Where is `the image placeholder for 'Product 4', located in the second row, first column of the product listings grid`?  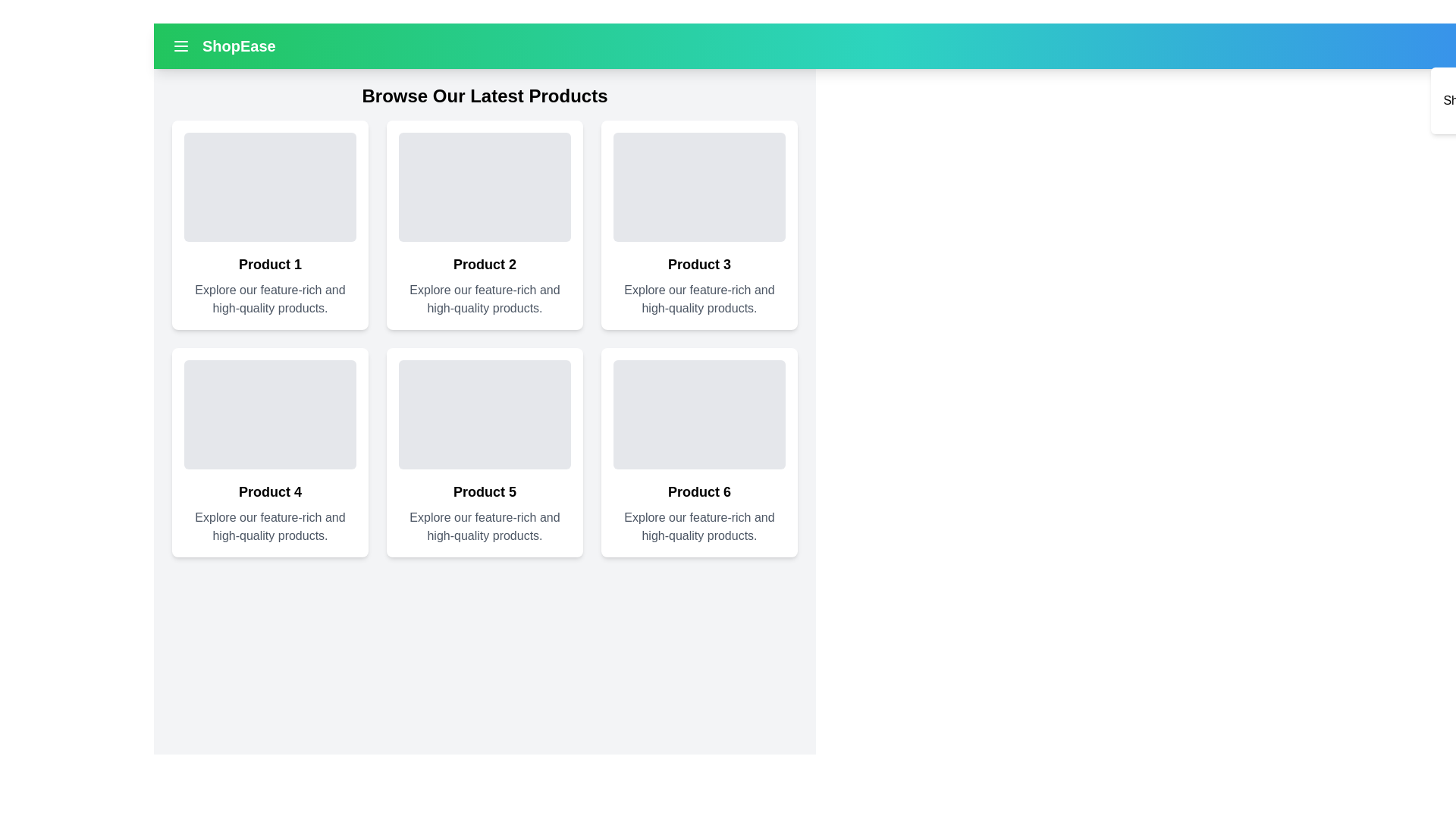
the image placeholder for 'Product 4', located in the second row, first column of the product listings grid is located at coordinates (270, 415).